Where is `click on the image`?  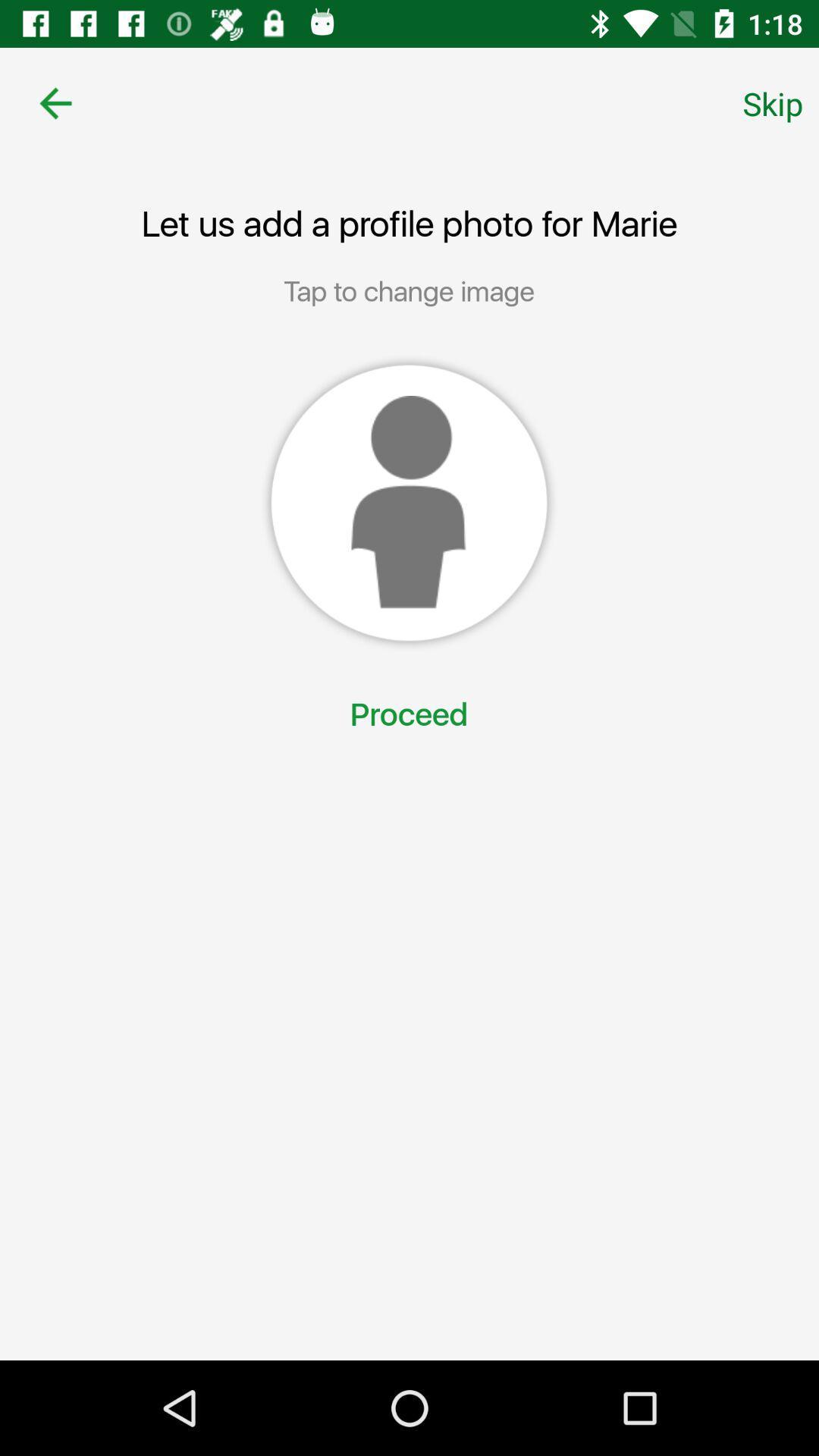
click on the image is located at coordinates (408, 503).